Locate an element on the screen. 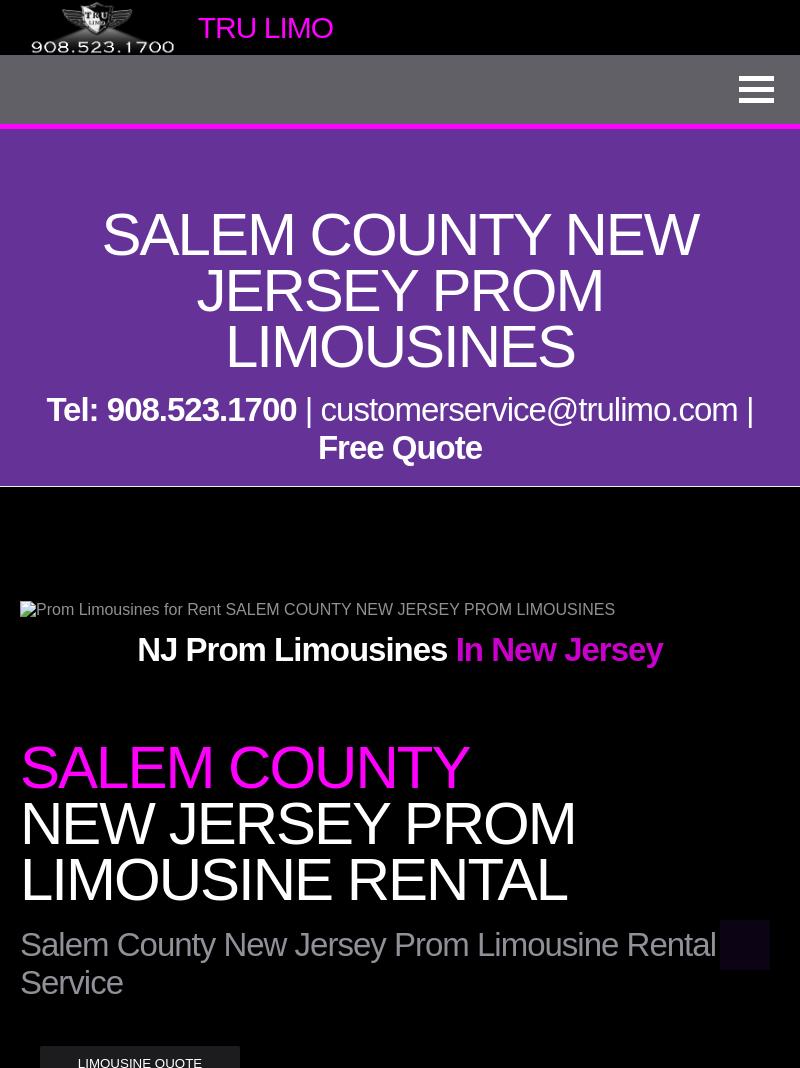 The image size is (800, 1068). 'Salem County New Jersey Prom Limousines' is located at coordinates (398, 289).